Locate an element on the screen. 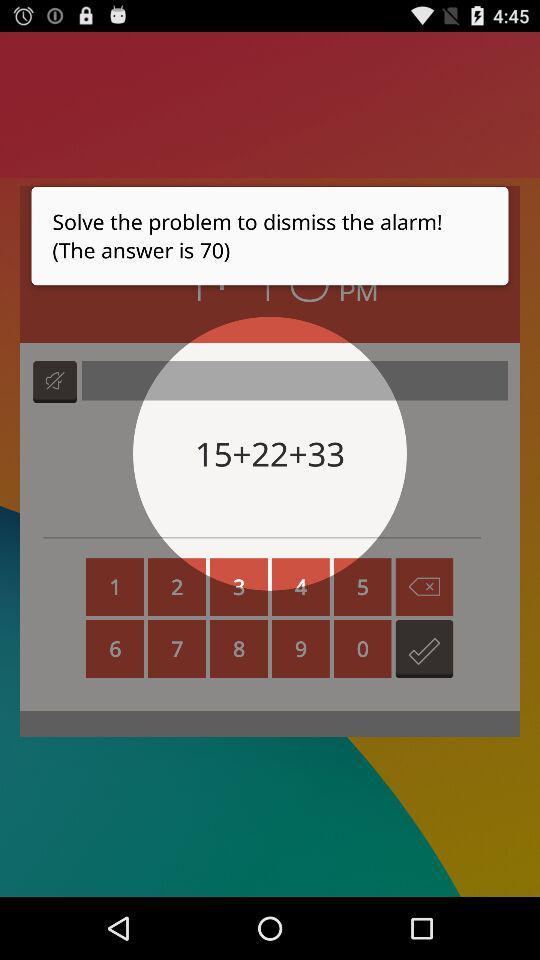 The height and width of the screenshot is (960, 540). the volume icon is located at coordinates (55, 407).